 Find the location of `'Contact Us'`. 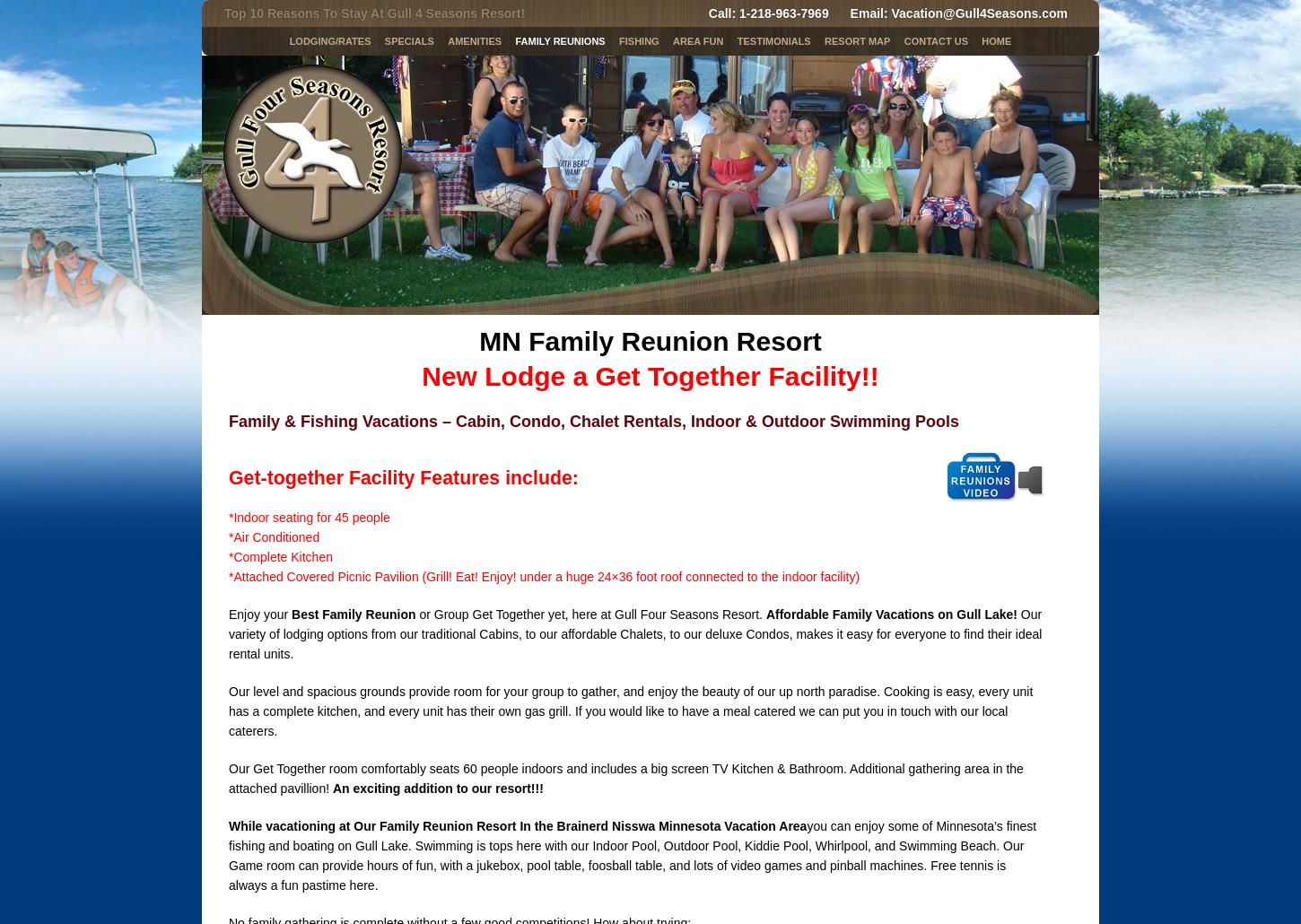

'Contact Us' is located at coordinates (904, 41).